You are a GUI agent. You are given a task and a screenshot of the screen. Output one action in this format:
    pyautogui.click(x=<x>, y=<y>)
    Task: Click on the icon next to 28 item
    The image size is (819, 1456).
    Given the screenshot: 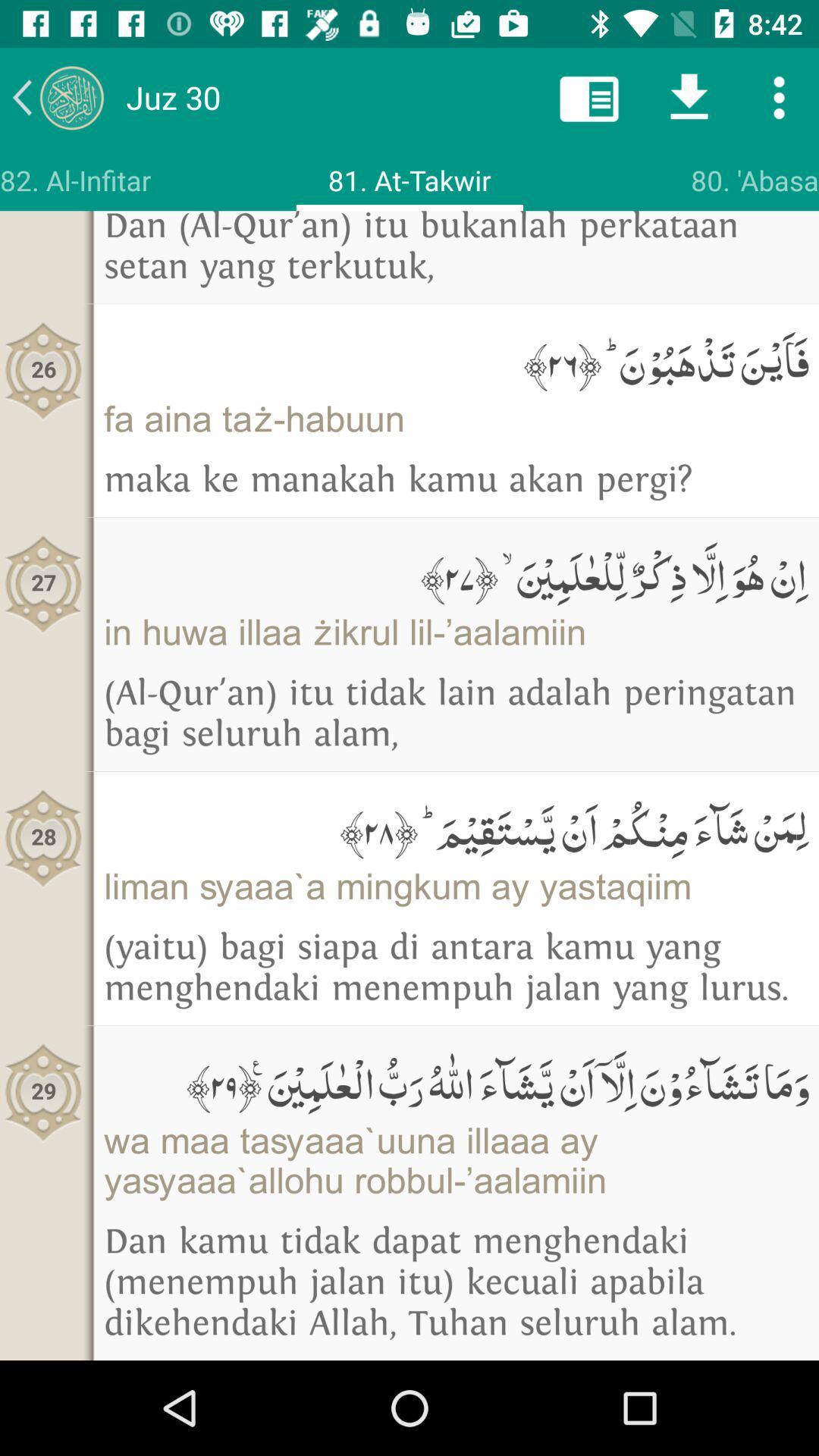 What is the action you would take?
    pyautogui.click(x=455, y=826)
    